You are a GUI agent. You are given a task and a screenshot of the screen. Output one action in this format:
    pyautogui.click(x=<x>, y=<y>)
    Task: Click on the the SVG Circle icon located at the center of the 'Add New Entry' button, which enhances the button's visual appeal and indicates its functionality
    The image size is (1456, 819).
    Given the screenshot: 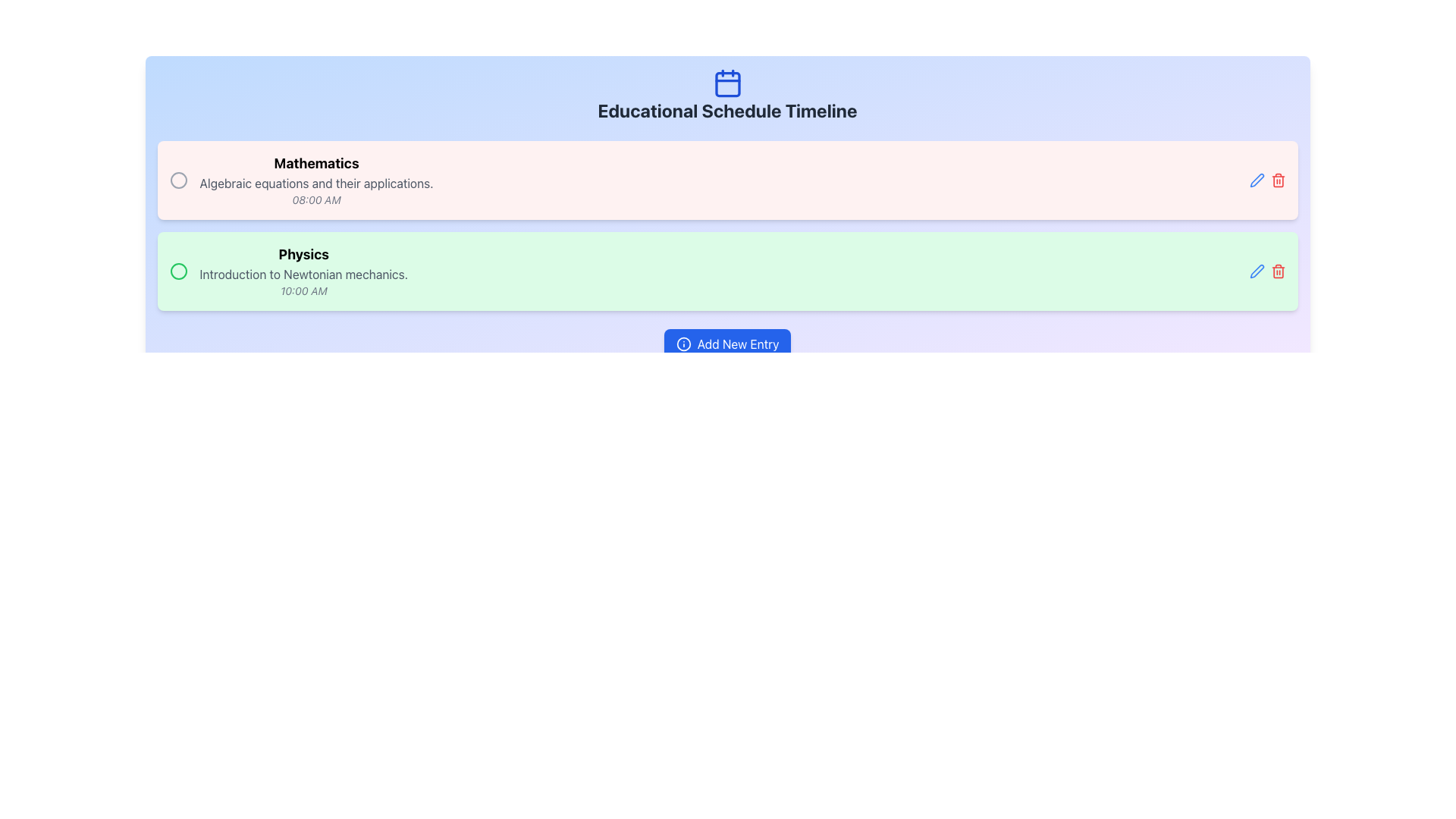 What is the action you would take?
    pyautogui.click(x=682, y=344)
    